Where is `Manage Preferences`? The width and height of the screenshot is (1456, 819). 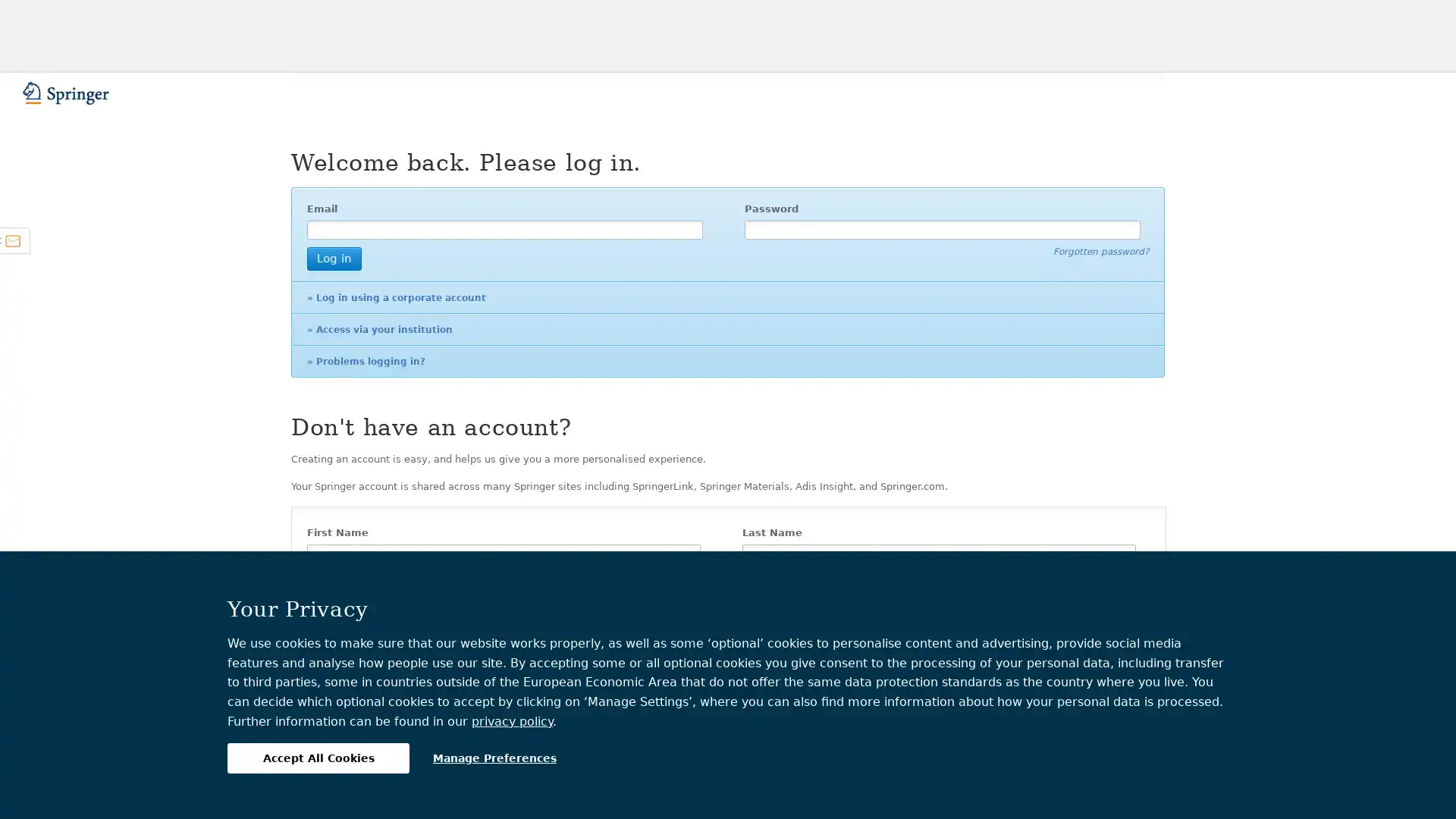 Manage Preferences is located at coordinates (494, 758).